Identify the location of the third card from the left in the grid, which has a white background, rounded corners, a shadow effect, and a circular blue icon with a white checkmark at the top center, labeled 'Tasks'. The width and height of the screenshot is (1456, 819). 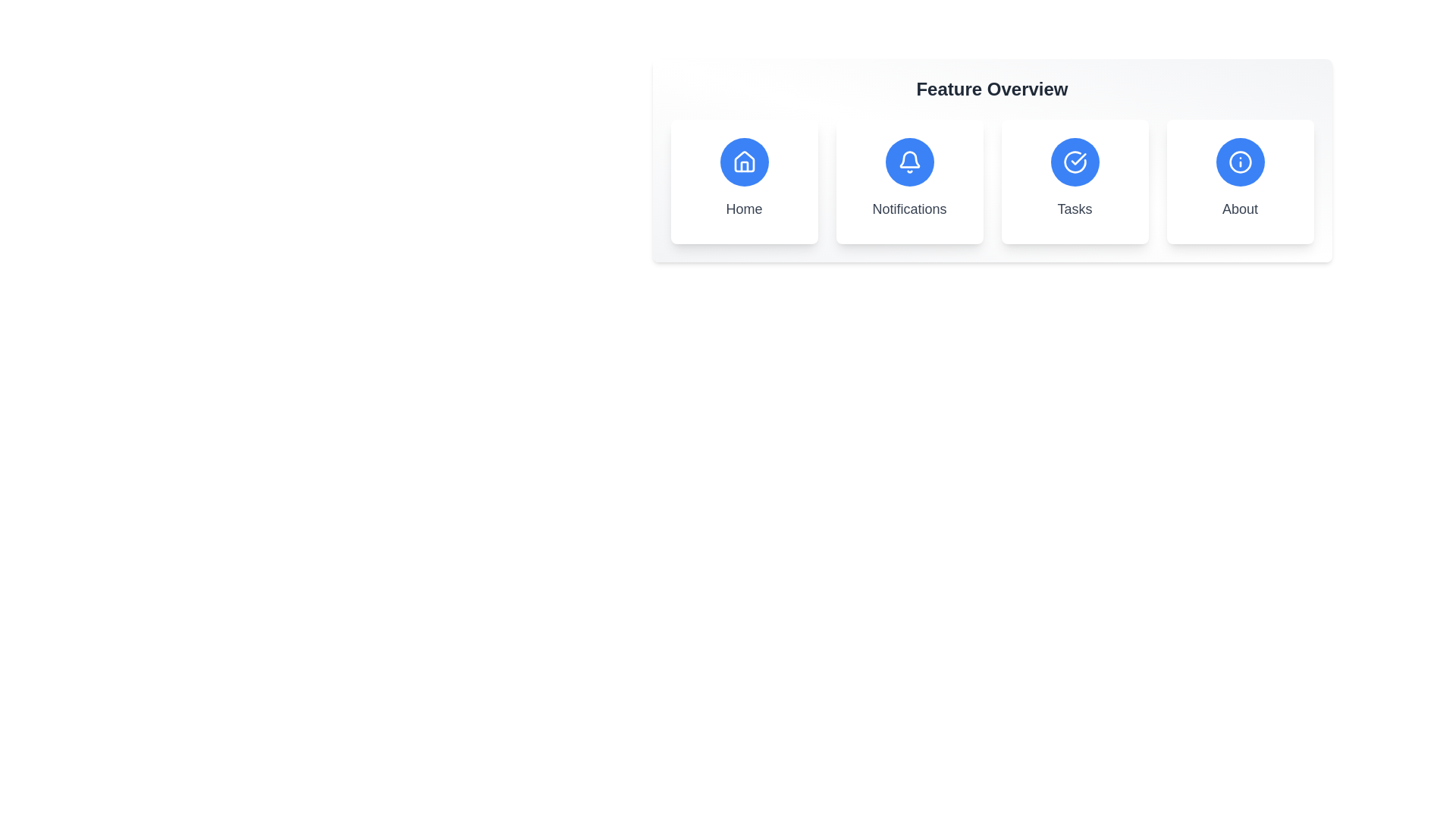
(1074, 180).